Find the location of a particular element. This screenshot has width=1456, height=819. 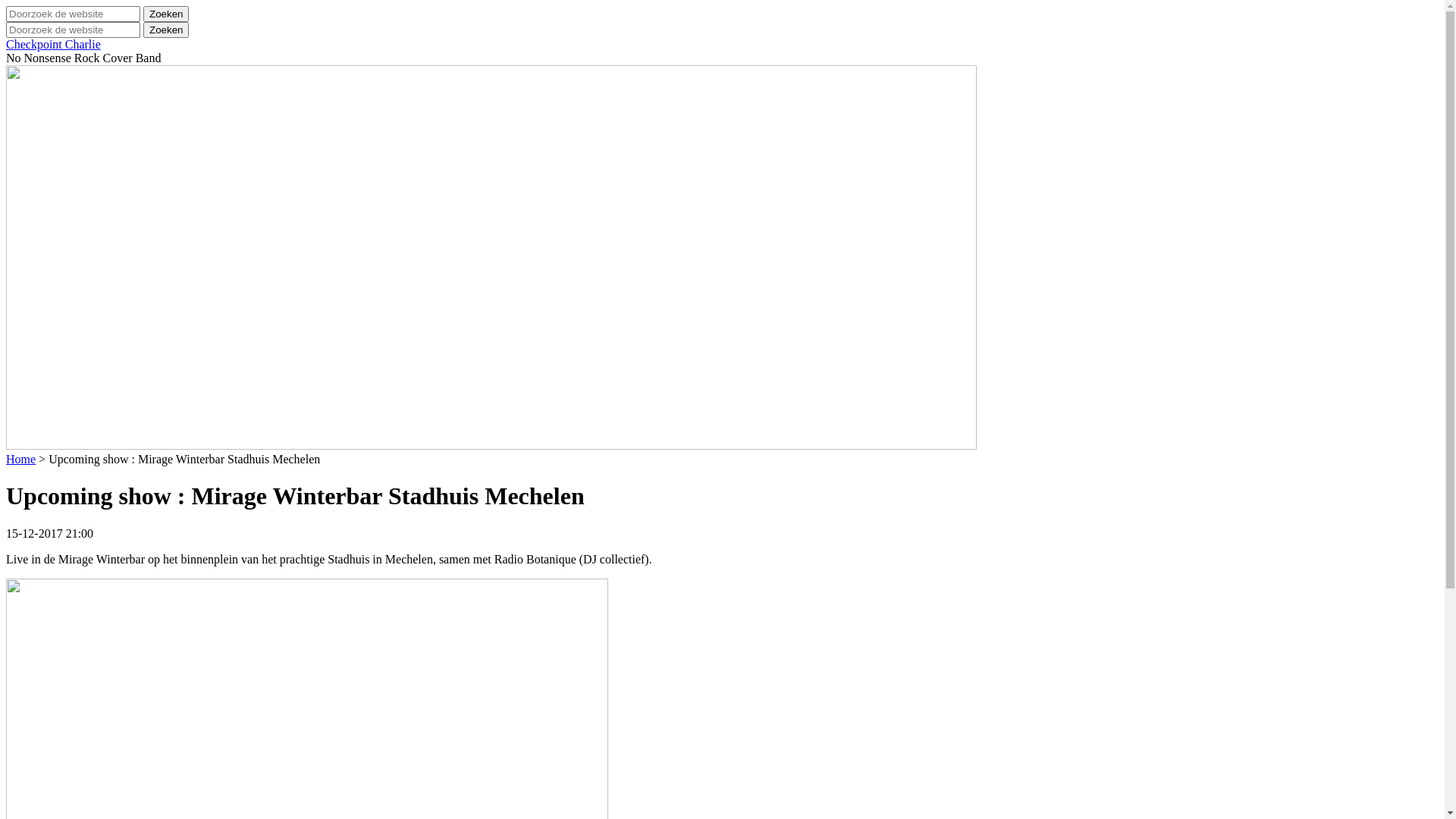

'Checkpoint Charlie' is located at coordinates (53, 43).